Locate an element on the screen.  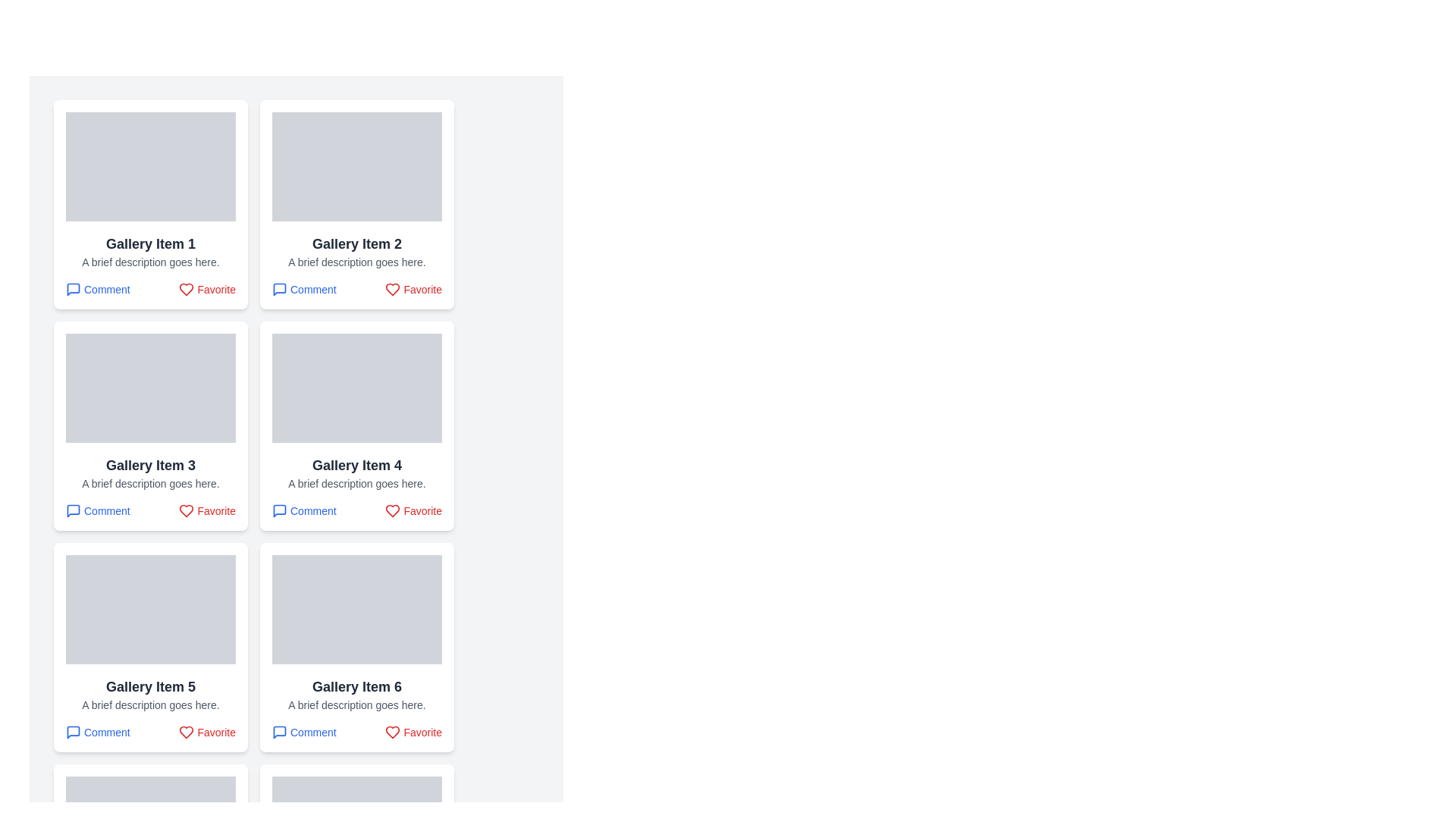
the comment bubble icon located at the bottom of the sixth gallery card, adjacent to the Favorite icon is located at coordinates (280, 731).